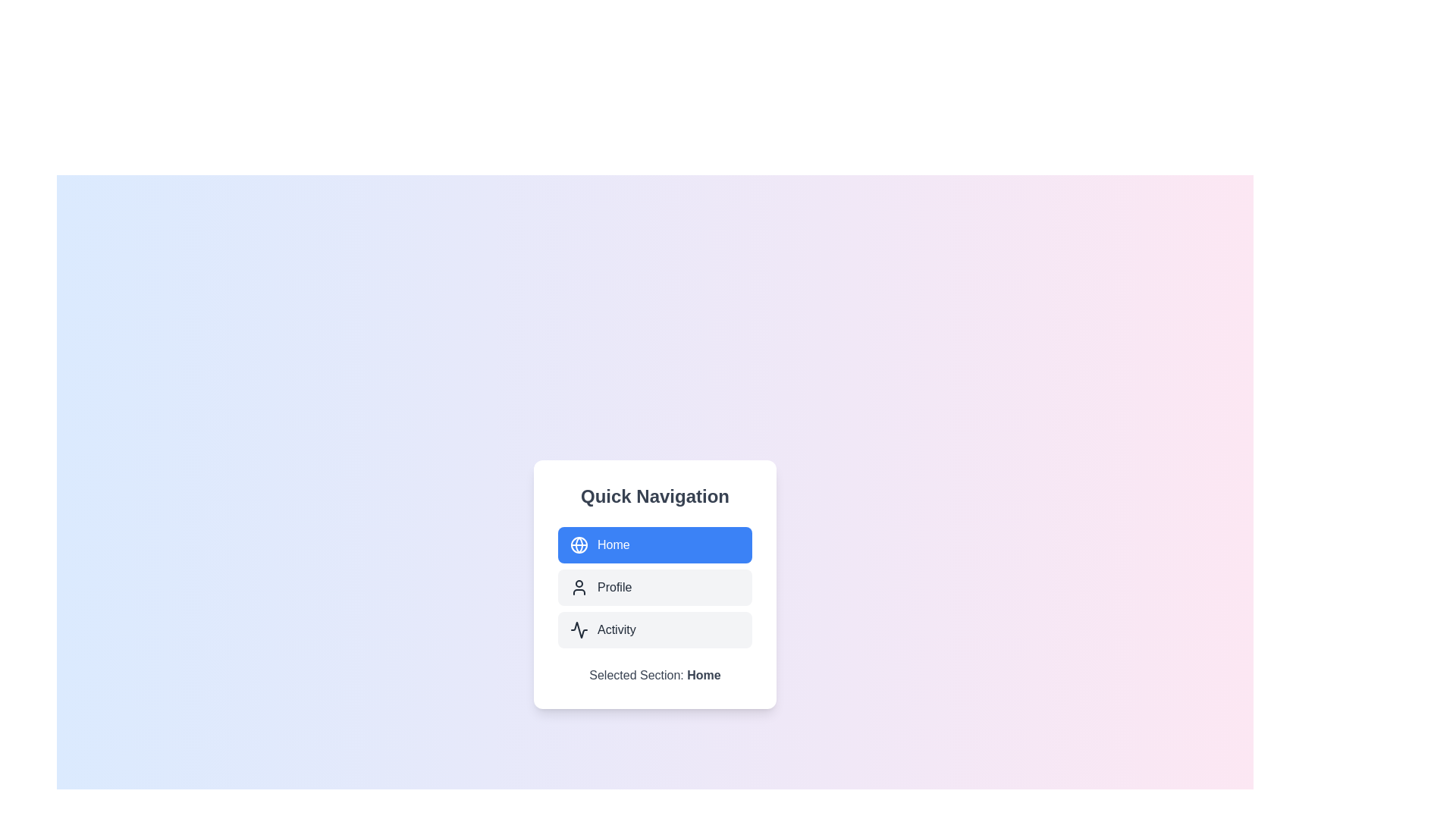 The width and height of the screenshot is (1456, 819). I want to click on the text label indicating the currently selected section located at the bottom of the 'Quick Navigation' panel, so click(655, 675).